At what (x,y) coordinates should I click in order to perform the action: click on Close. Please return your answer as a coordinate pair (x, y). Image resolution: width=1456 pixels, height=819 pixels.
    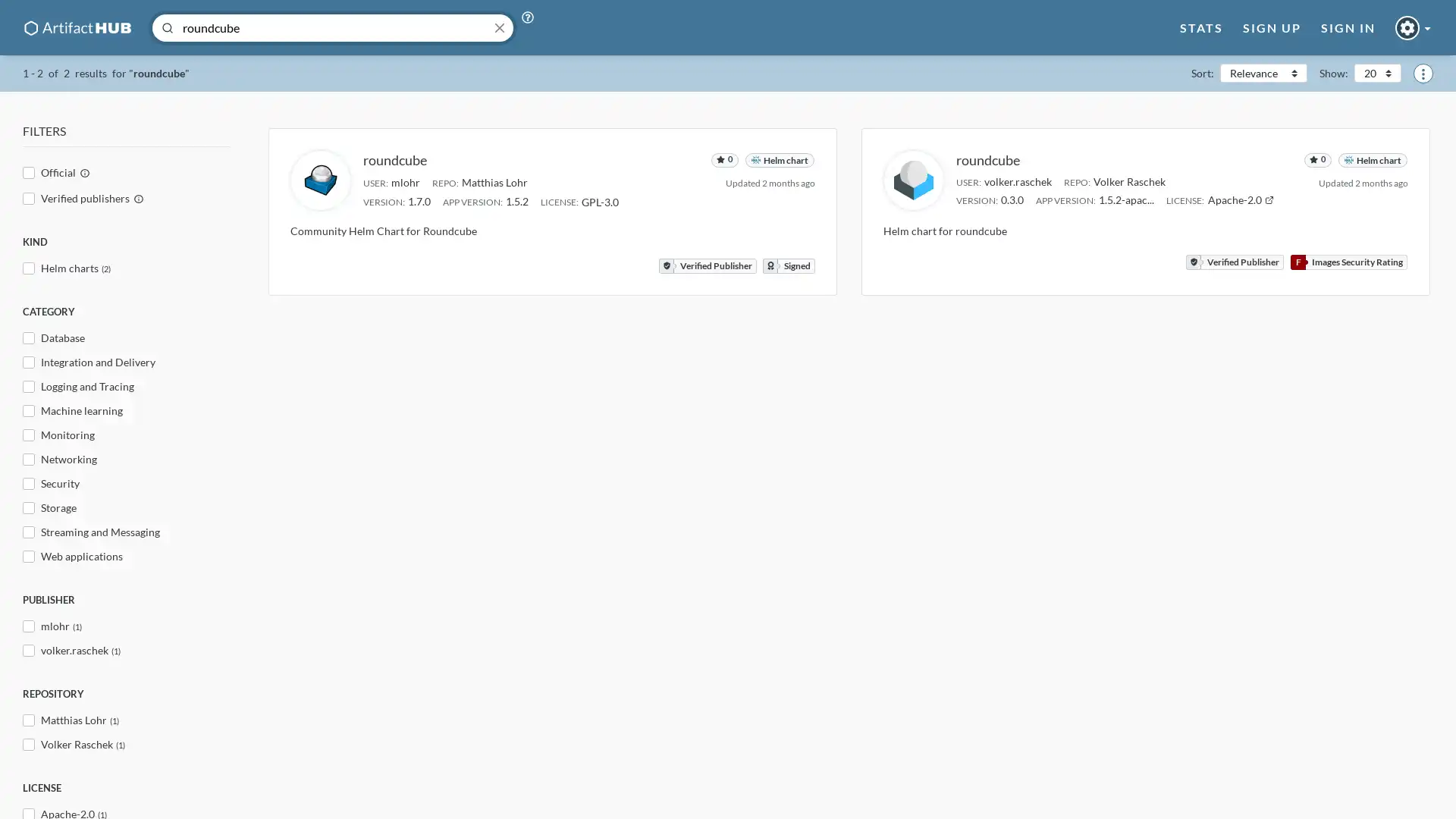
    Looking at the image, I should click on (975, 766).